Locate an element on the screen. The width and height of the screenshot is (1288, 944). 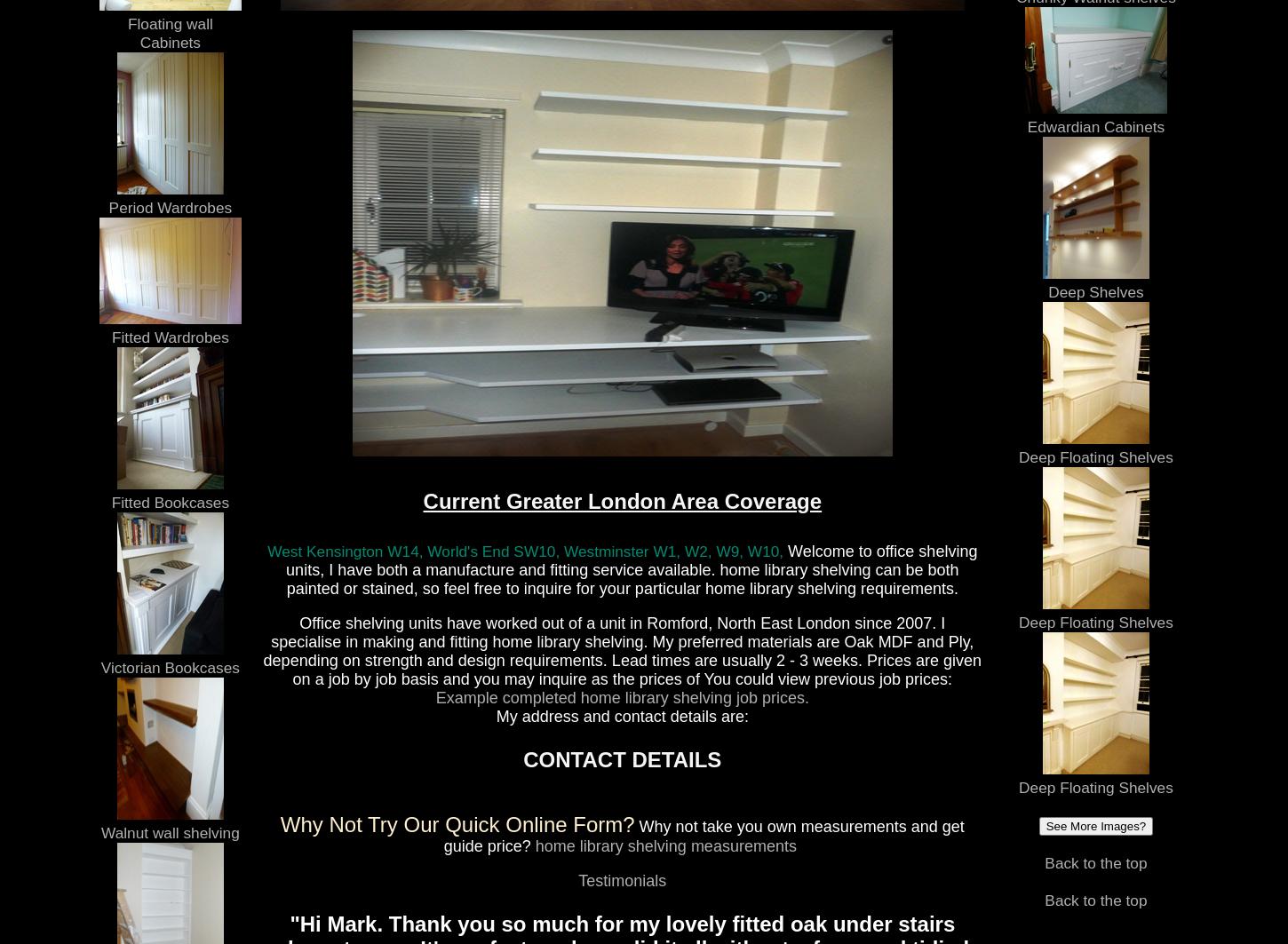
'Edwardian Cabinets' is located at coordinates (1095, 126).